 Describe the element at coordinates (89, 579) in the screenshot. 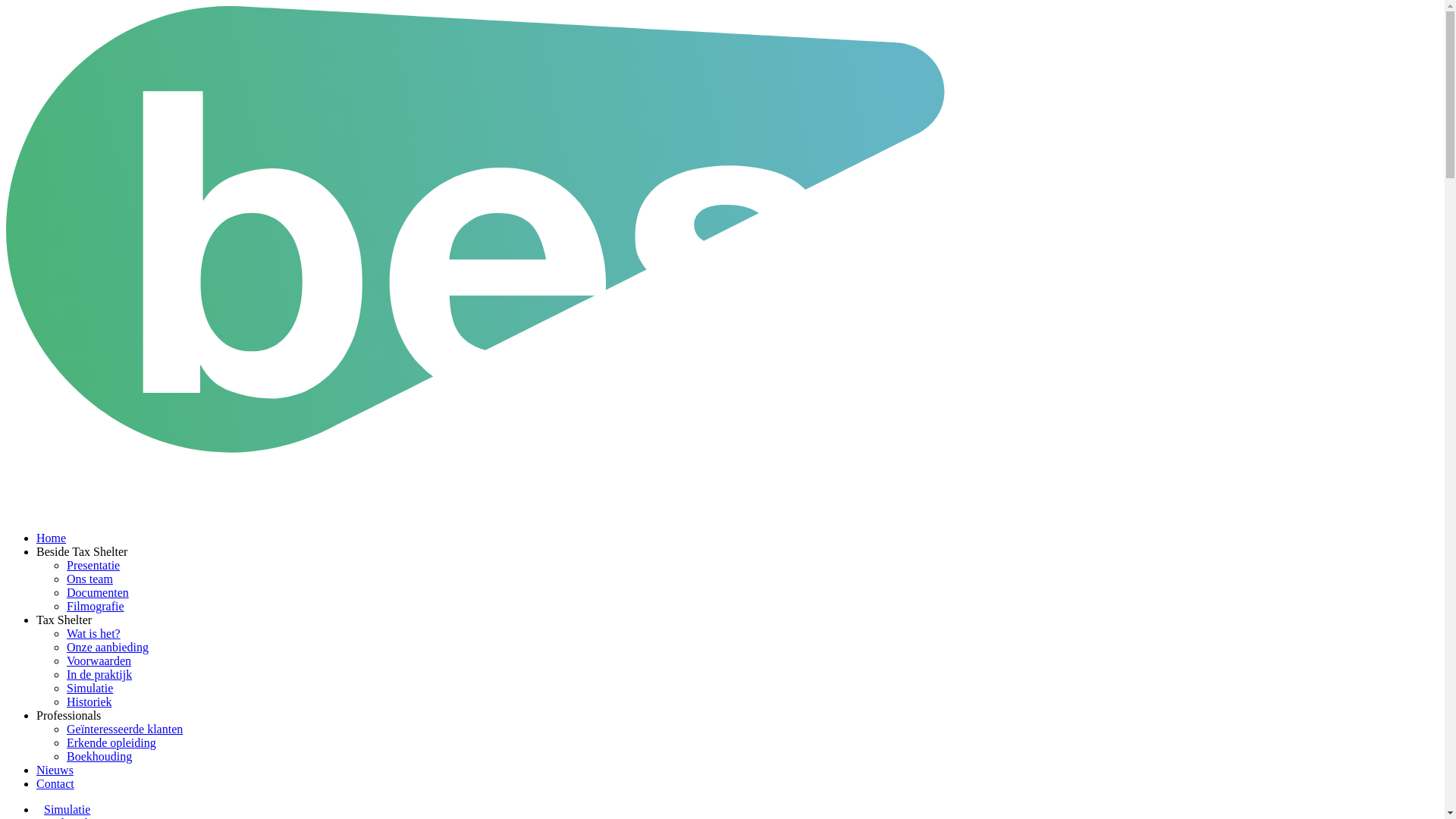

I see `'Ons team'` at that location.